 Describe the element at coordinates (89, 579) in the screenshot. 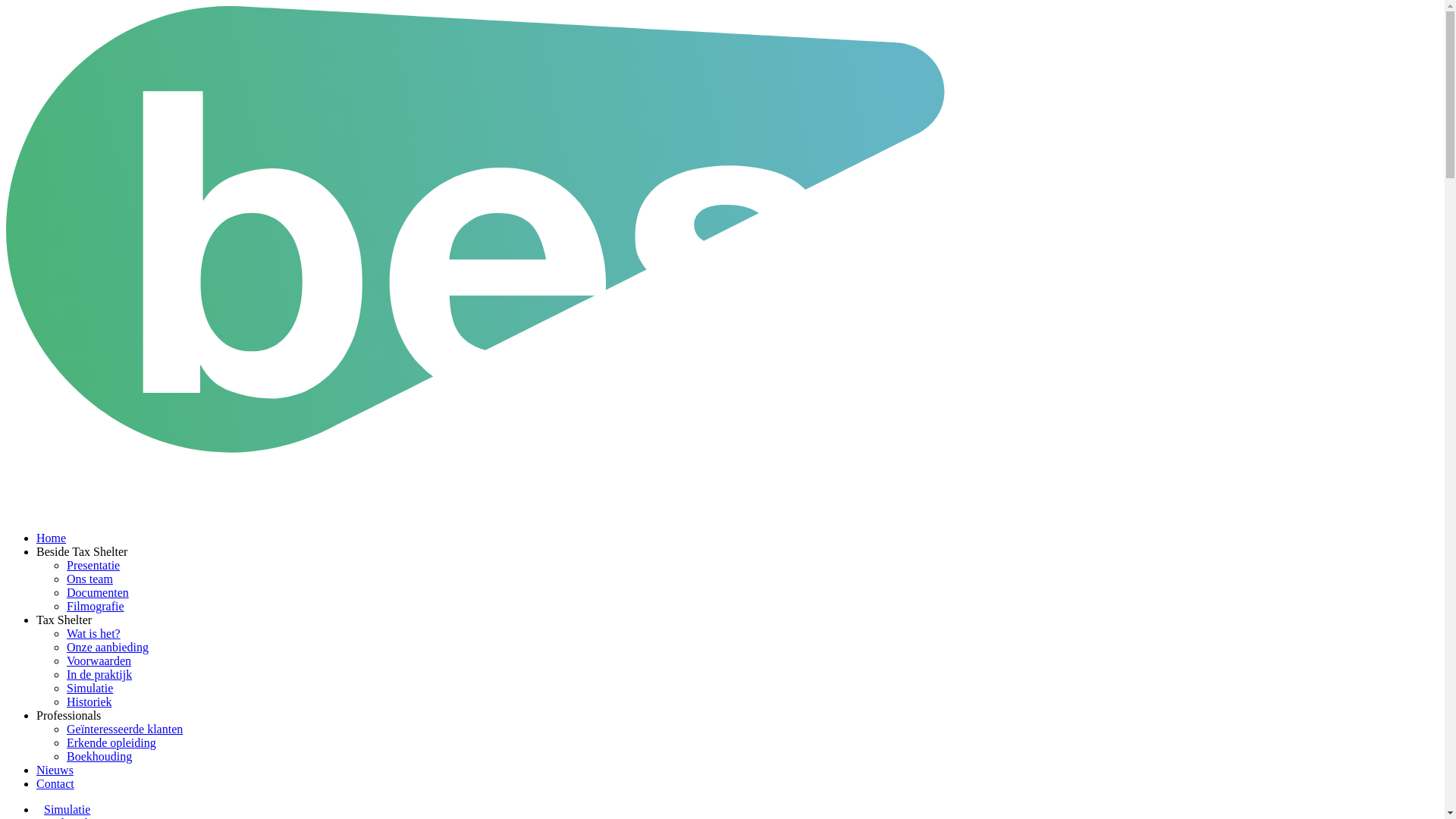

I see `'Ons team'` at that location.